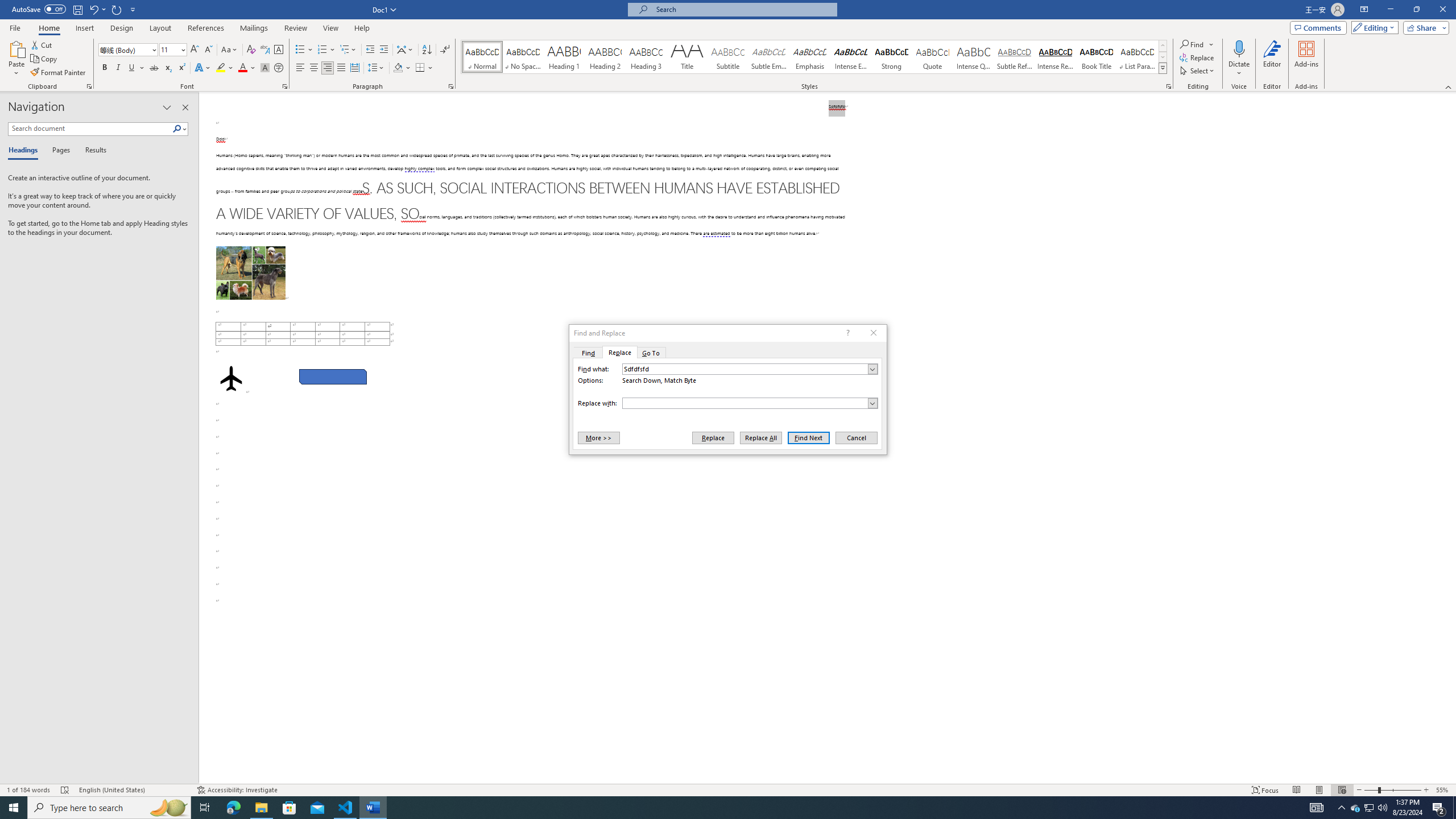  Describe the element at coordinates (58, 72) in the screenshot. I see `'Format Painter'` at that location.